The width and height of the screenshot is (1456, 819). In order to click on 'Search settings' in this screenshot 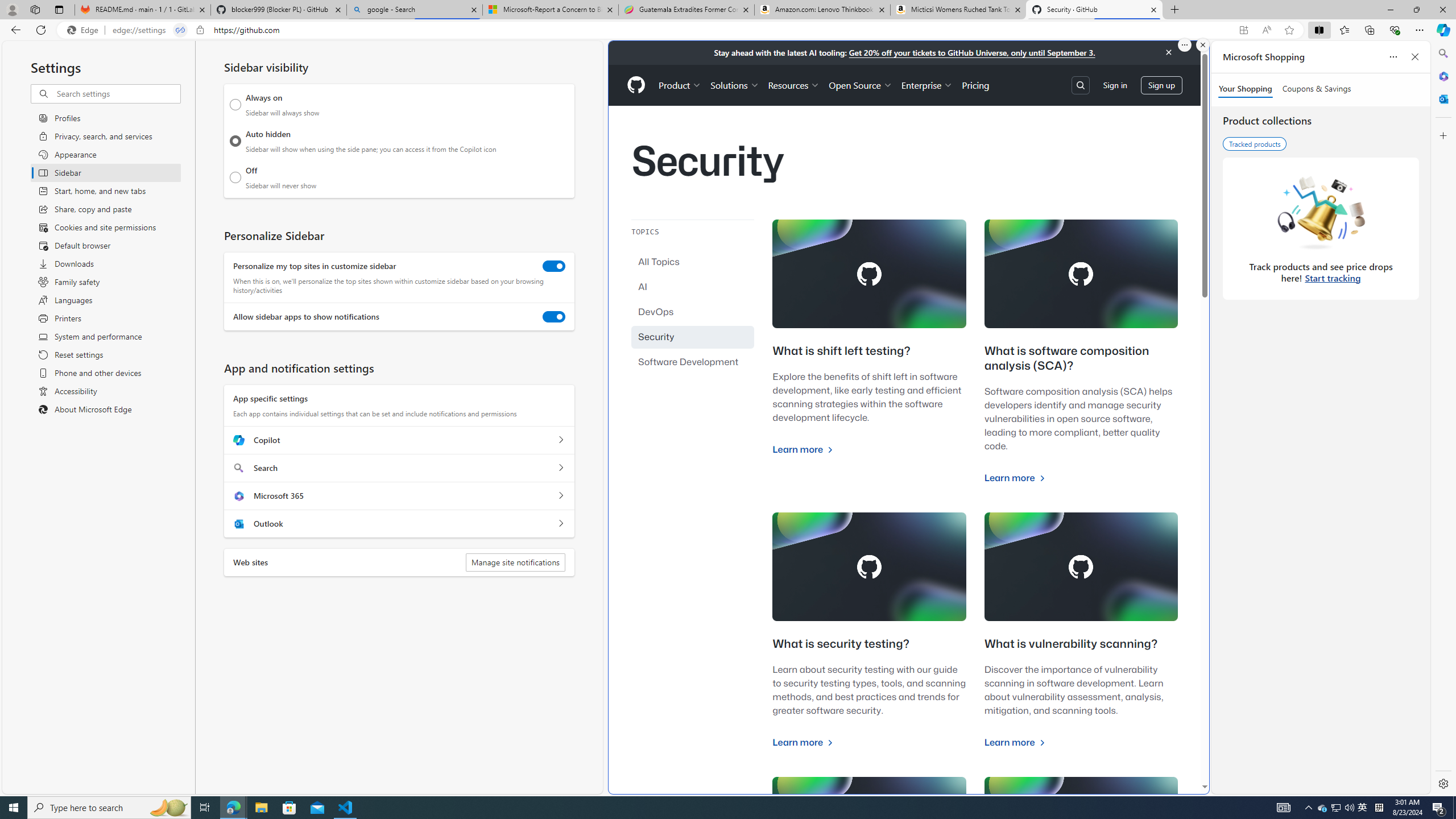, I will do `click(118, 93)`.